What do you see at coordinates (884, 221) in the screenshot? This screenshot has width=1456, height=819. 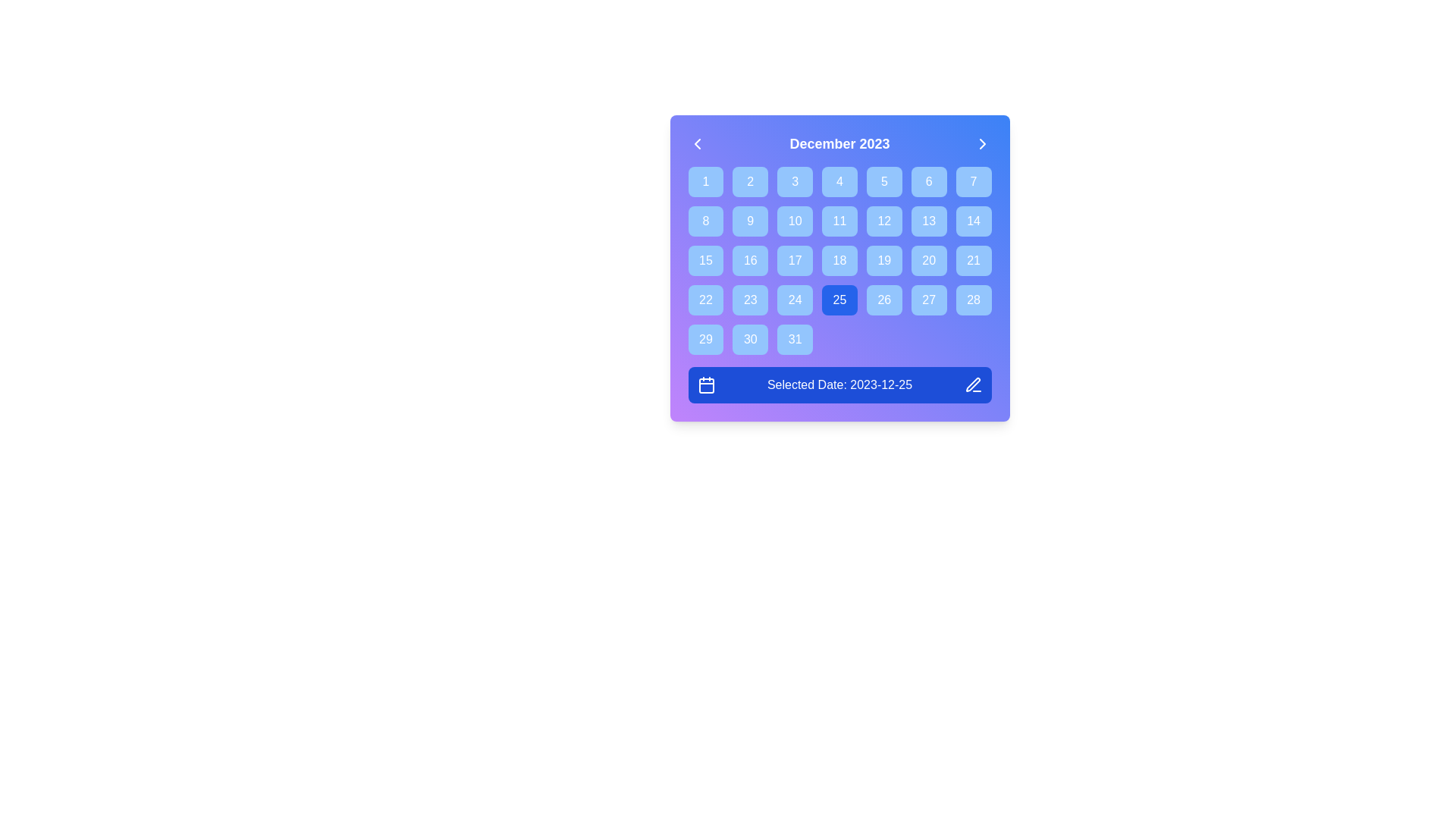 I see `the static calendar day cell representing the twelfth day of the month, located in the second row and fifth column of the calendar grid` at bounding box center [884, 221].